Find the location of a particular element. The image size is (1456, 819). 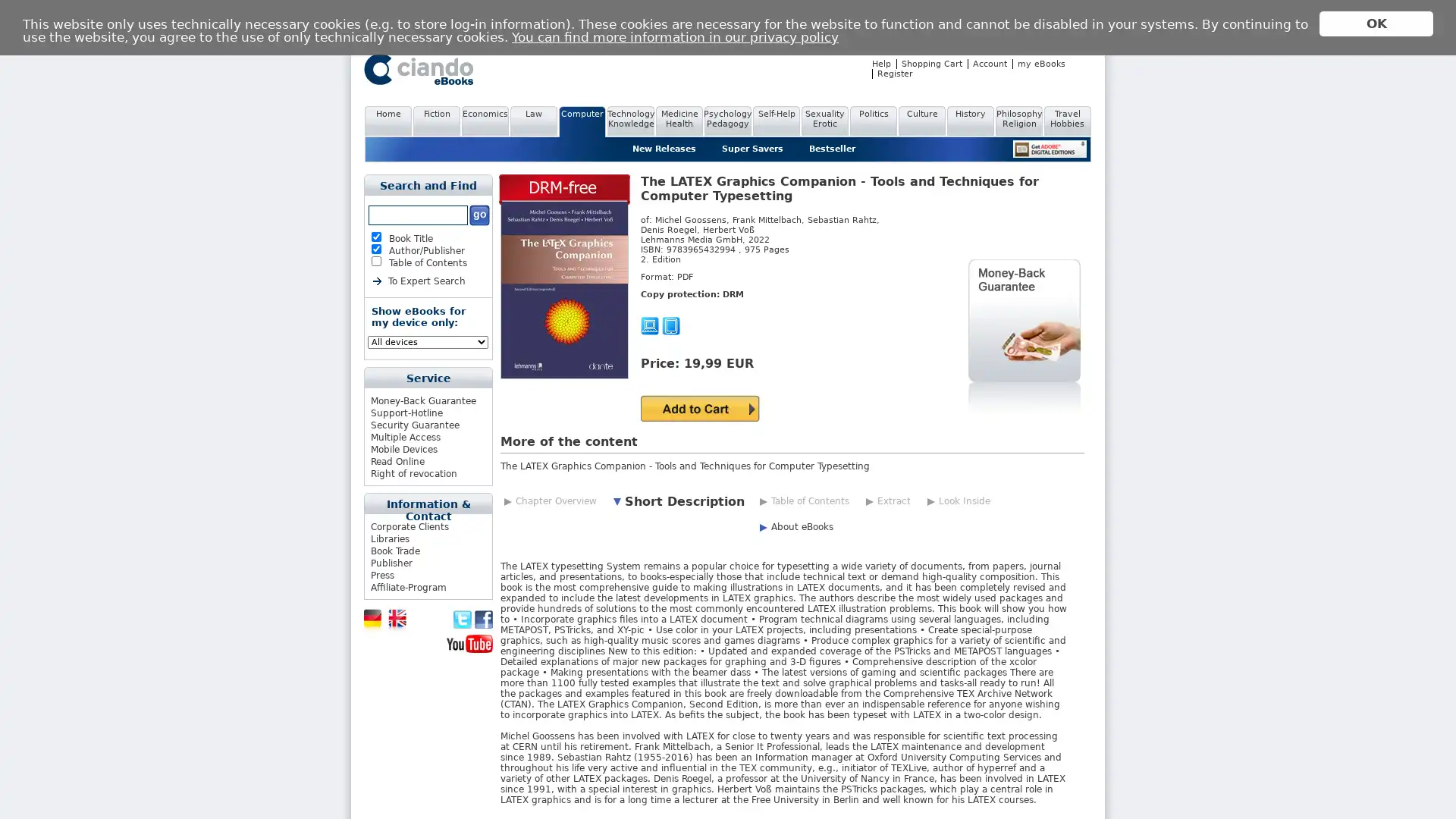

Submit is located at coordinates (699, 407).